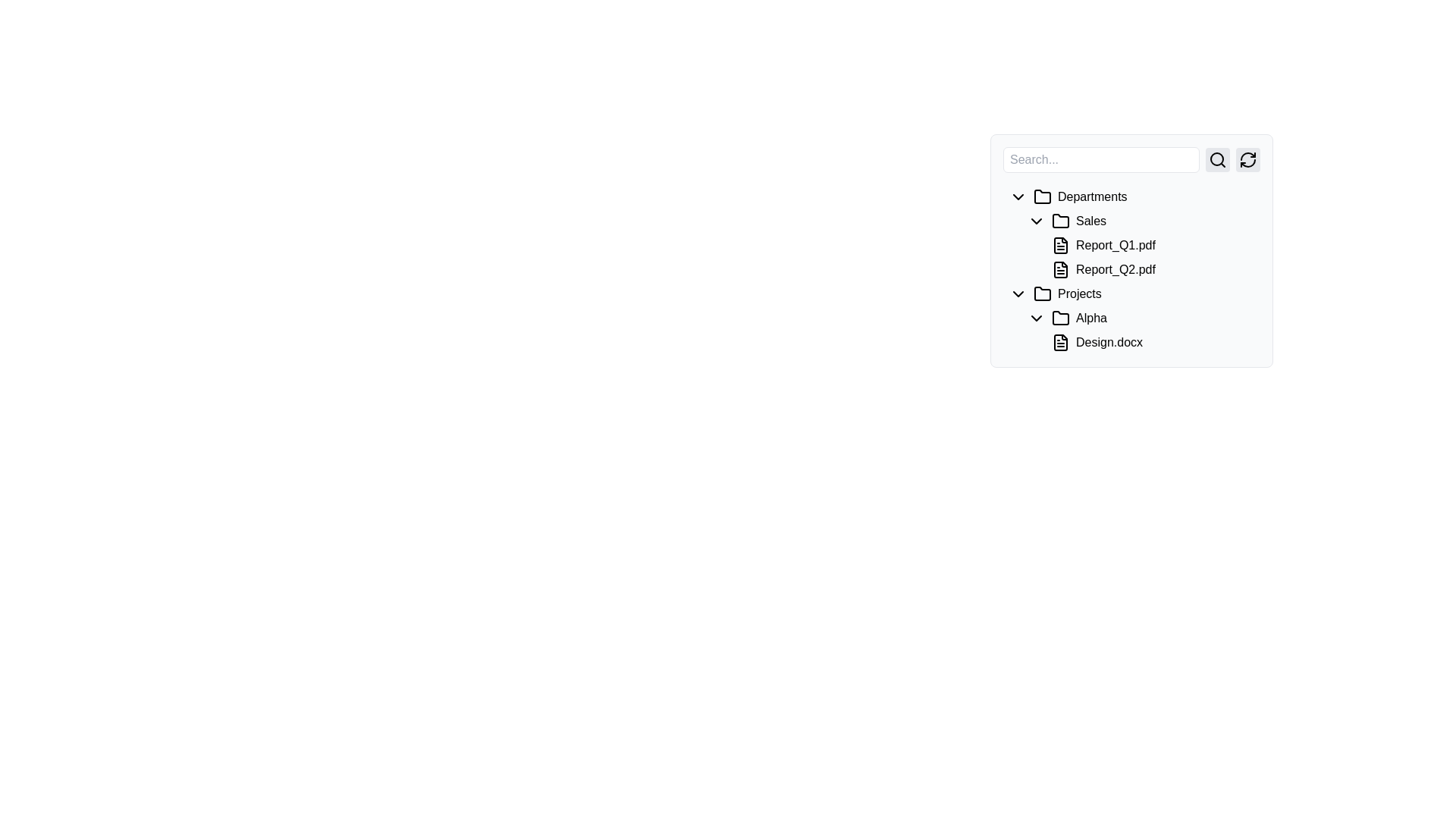 The width and height of the screenshot is (1456, 819). What do you see at coordinates (1041, 196) in the screenshot?
I see `the 'Departments' directory icon, which is a visual indicator resembling a folder, located to the left of the 'Departments' text in the hierarchical list` at bounding box center [1041, 196].